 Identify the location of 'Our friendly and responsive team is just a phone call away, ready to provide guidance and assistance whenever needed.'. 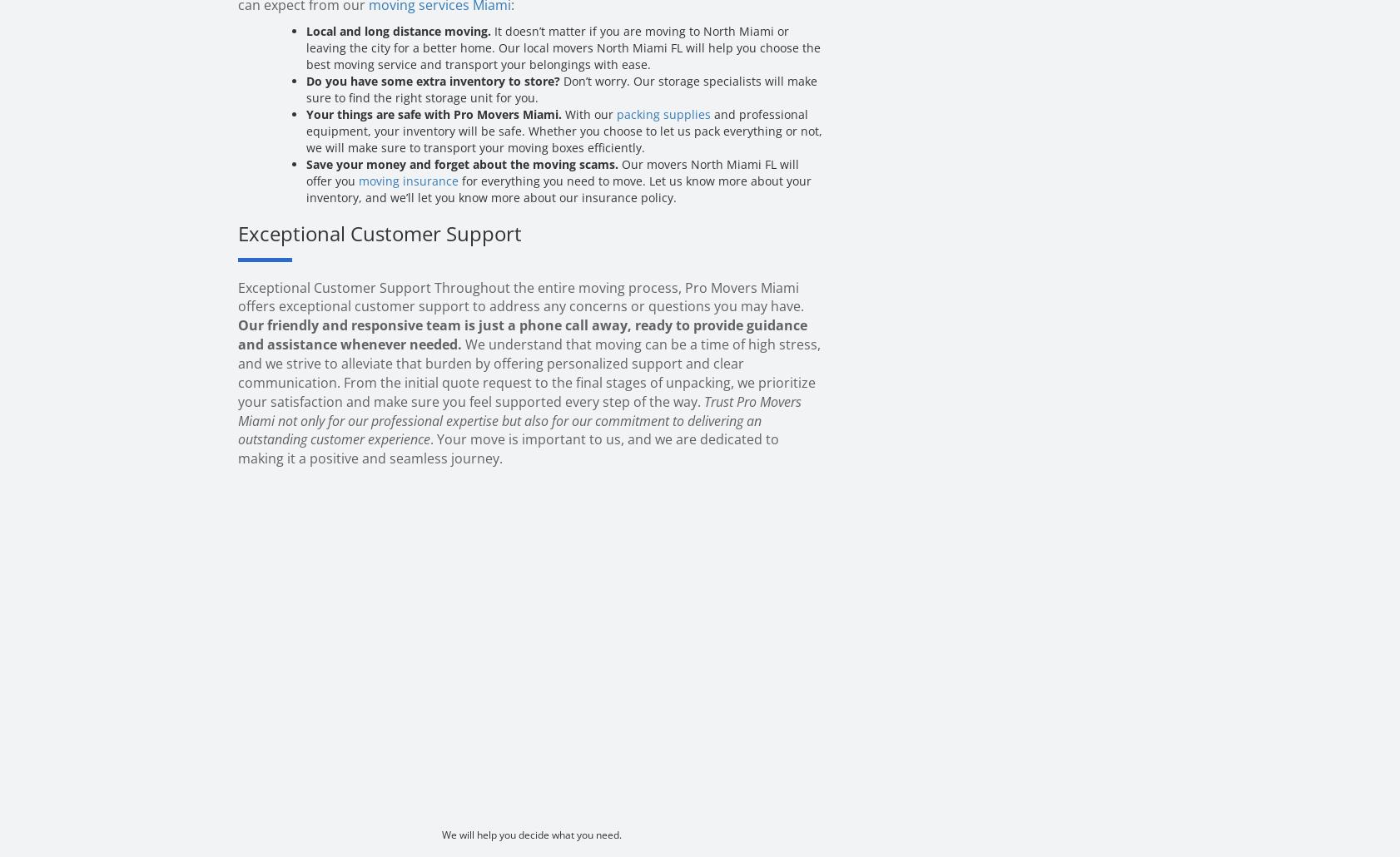
(523, 334).